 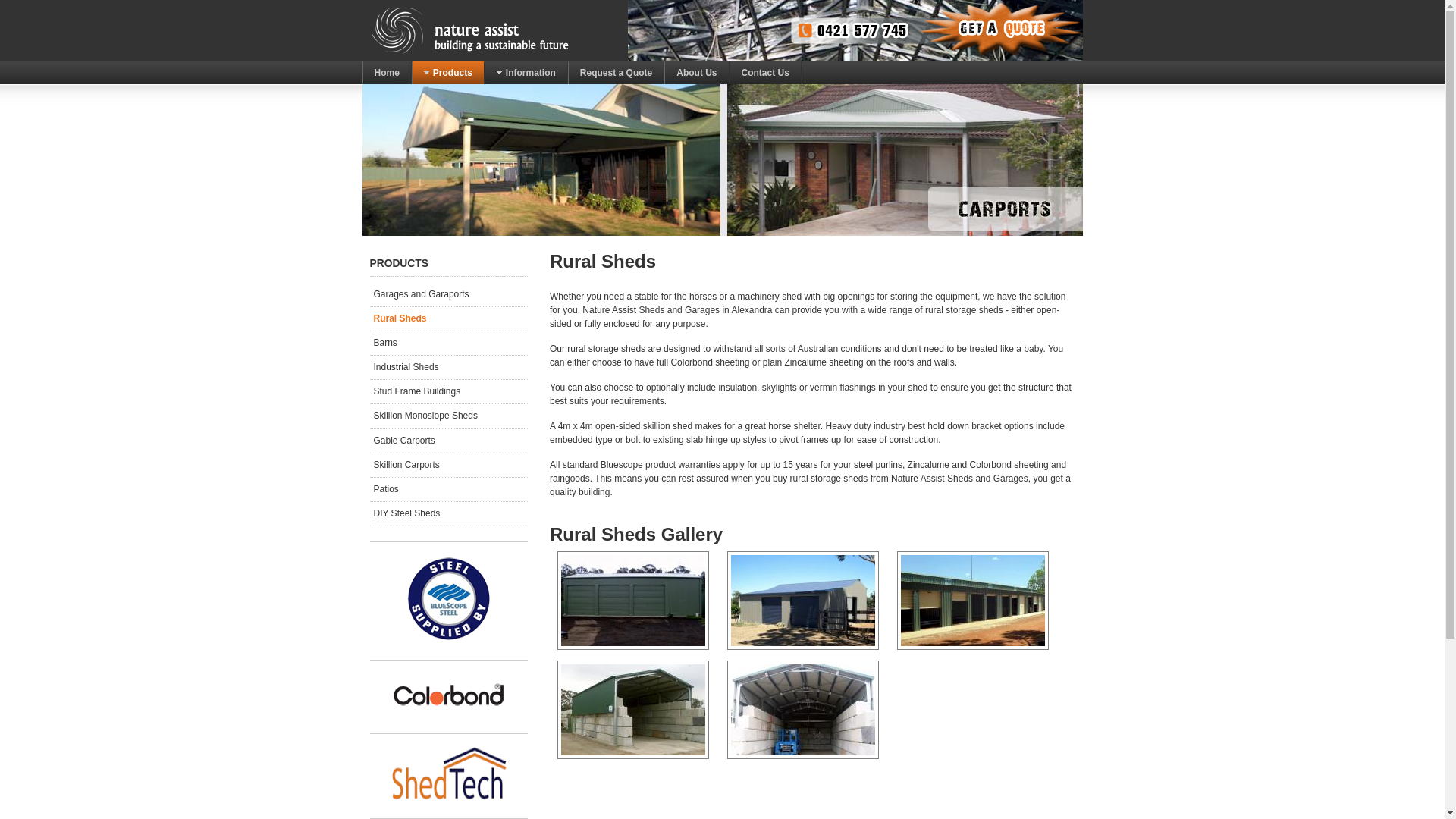 I want to click on 'Rural Sheds', so click(x=370, y=318).